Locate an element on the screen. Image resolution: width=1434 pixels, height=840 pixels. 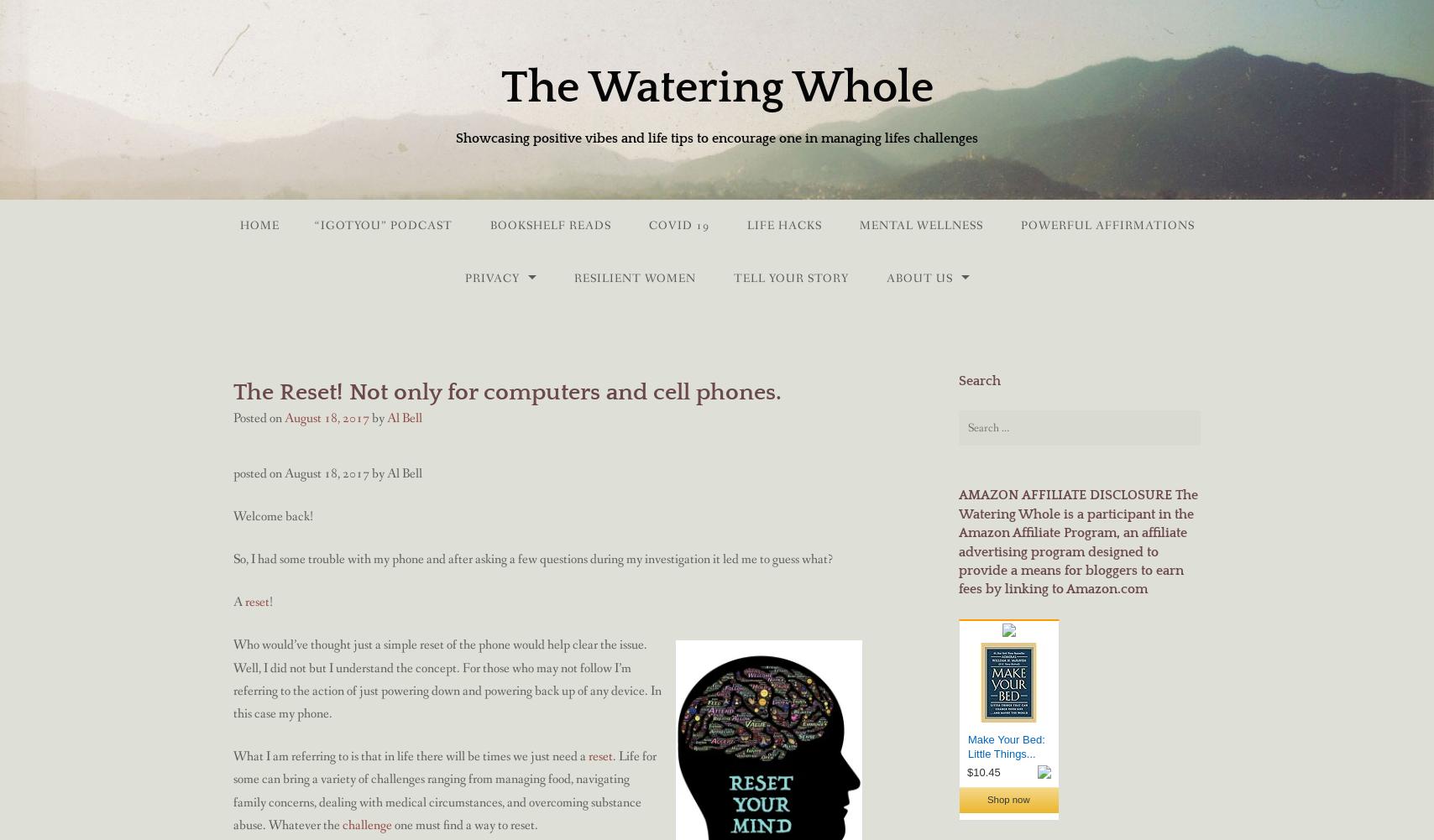
'!' is located at coordinates (270, 602).